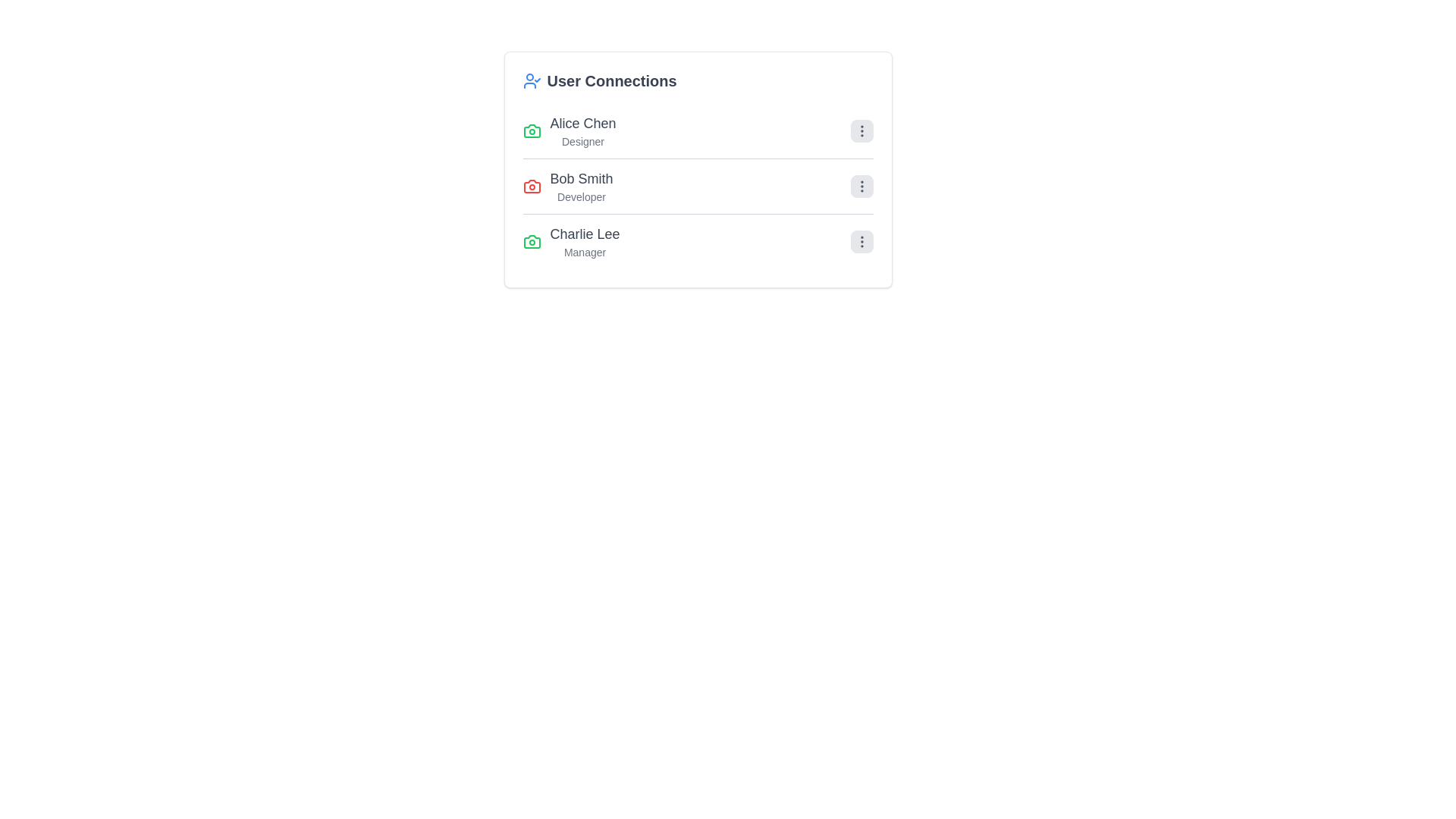  What do you see at coordinates (861, 241) in the screenshot?
I see `the small gray menu trigger icon consisting of three vertically aligned dots, located to the far right of the list item for user 'Charlie Lee'` at bounding box center [861, 241].